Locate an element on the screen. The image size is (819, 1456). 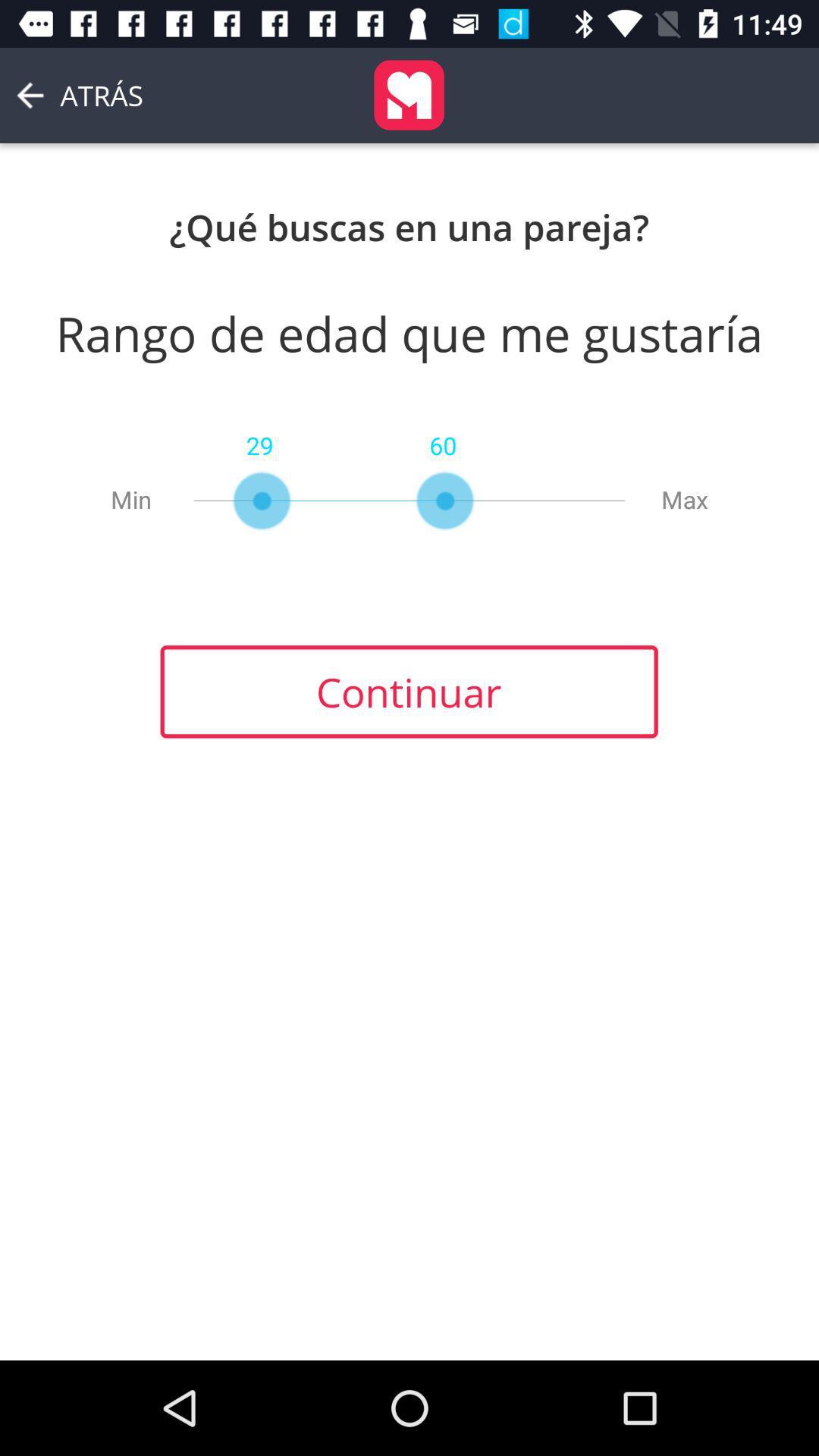
the continuar icon is located at coordinates (408, 691).